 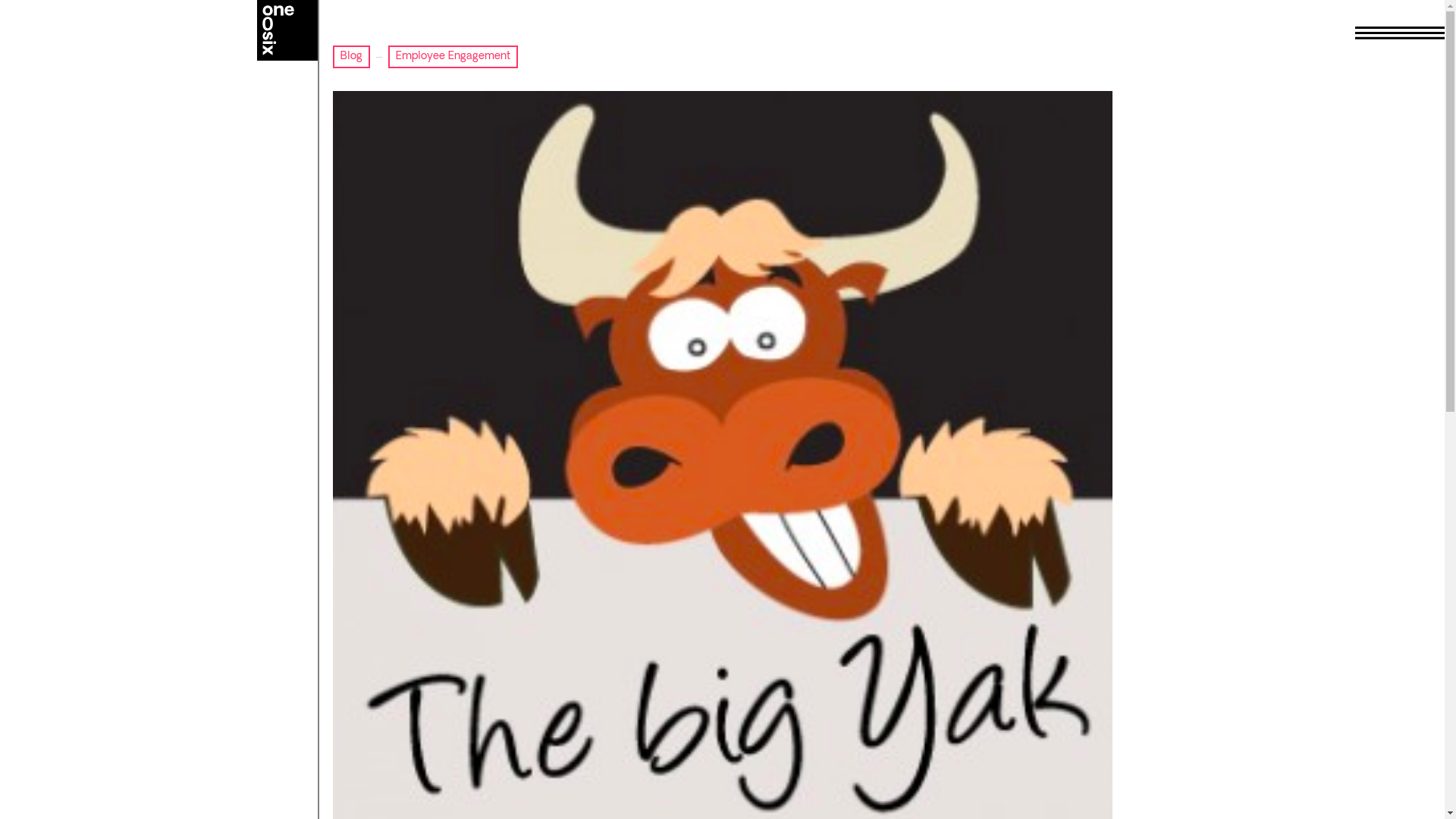 I want to click on 'Employee Engagement', so click(x=452, y=55).